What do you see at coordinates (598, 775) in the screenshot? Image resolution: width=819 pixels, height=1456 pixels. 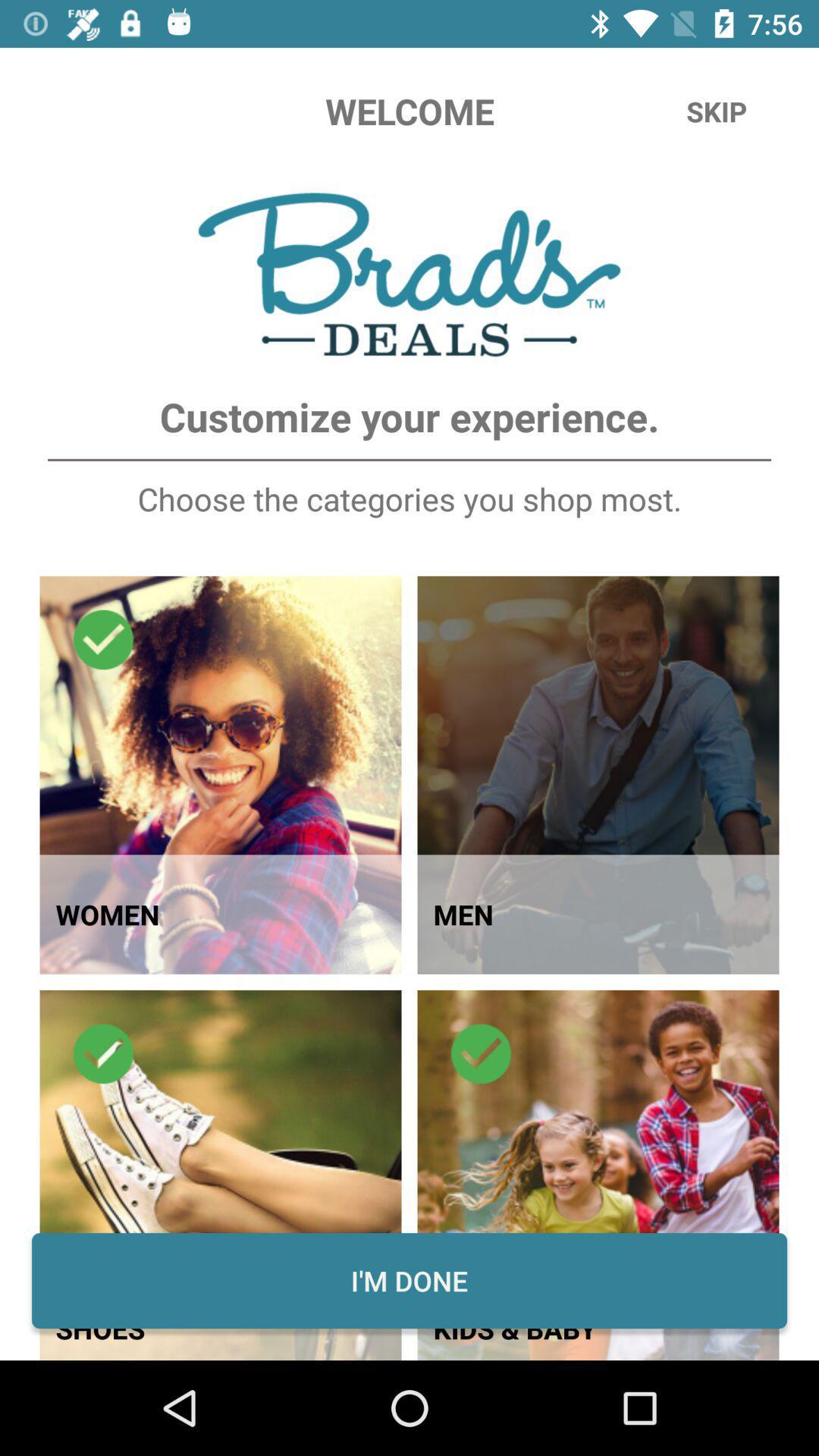 I see `the image which has the text men` at bounding box center [598, 775].